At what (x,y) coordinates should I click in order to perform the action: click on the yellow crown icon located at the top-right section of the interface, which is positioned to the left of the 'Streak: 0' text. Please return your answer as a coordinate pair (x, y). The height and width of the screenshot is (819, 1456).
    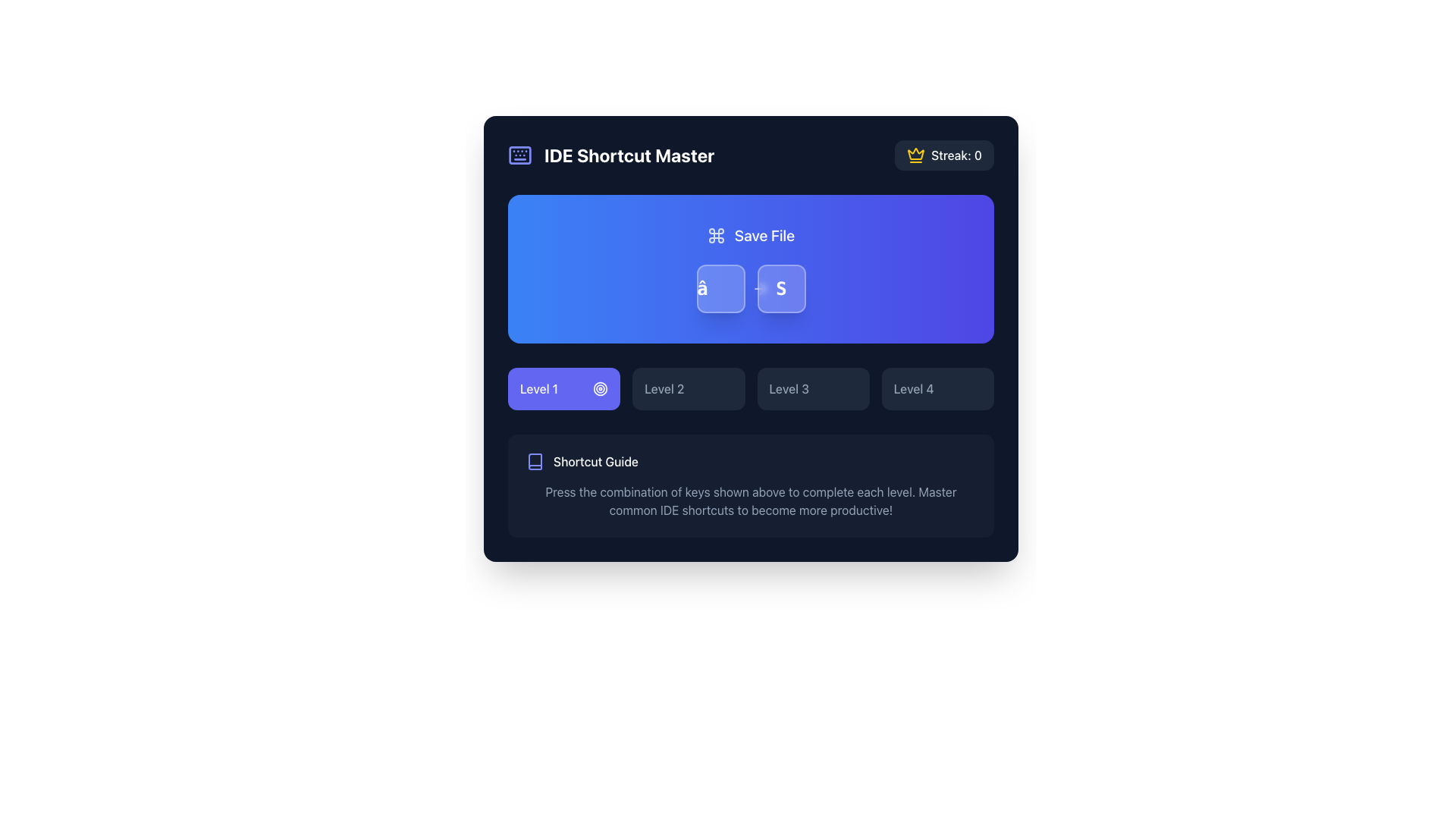
    Looking at the image, I should click on (915, 155).